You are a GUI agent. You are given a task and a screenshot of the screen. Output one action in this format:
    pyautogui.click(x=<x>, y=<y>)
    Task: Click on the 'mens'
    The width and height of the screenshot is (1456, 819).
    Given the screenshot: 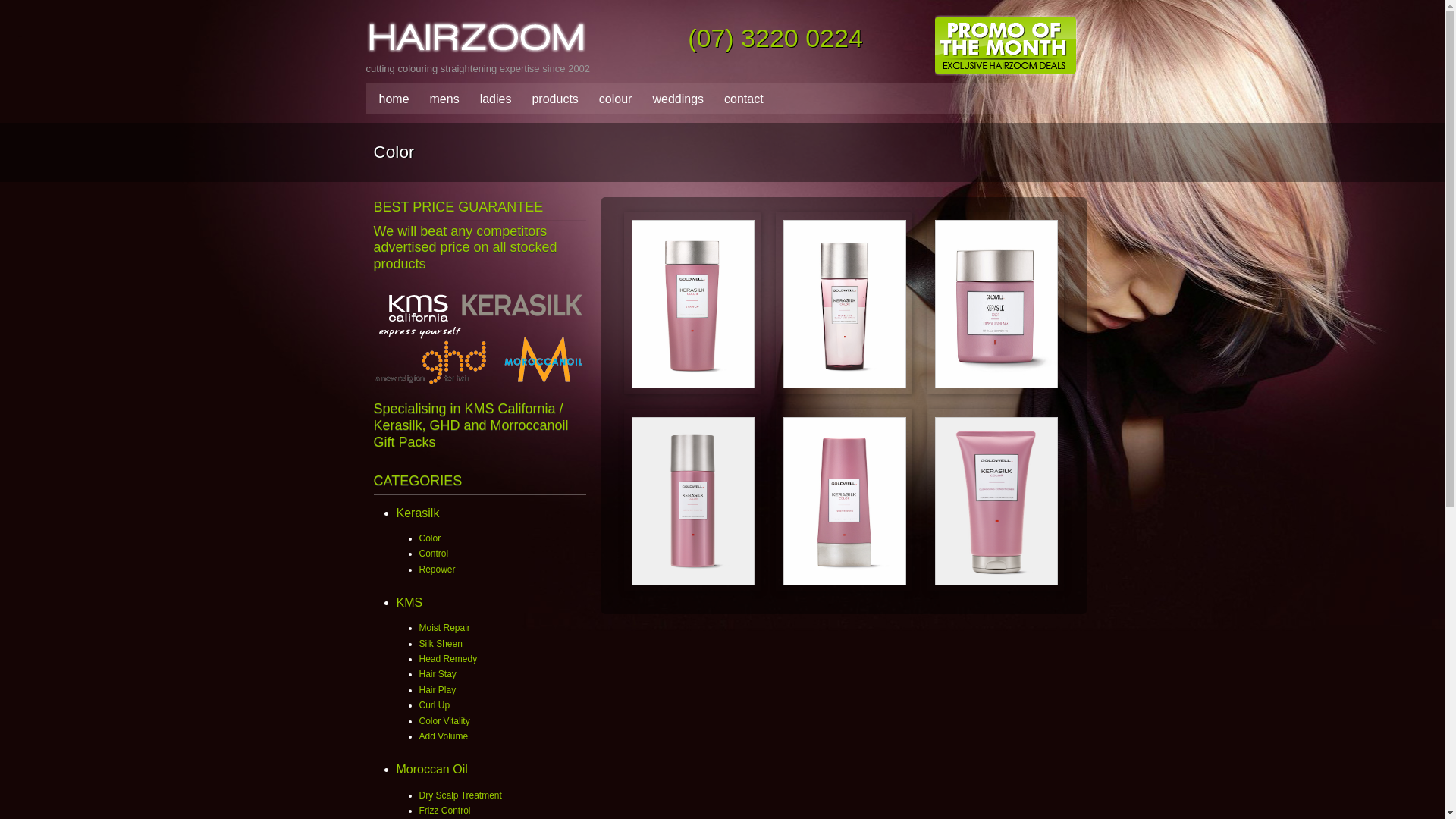 What is the action you would take?
    pyautogui.click(x=440, y=99)
    